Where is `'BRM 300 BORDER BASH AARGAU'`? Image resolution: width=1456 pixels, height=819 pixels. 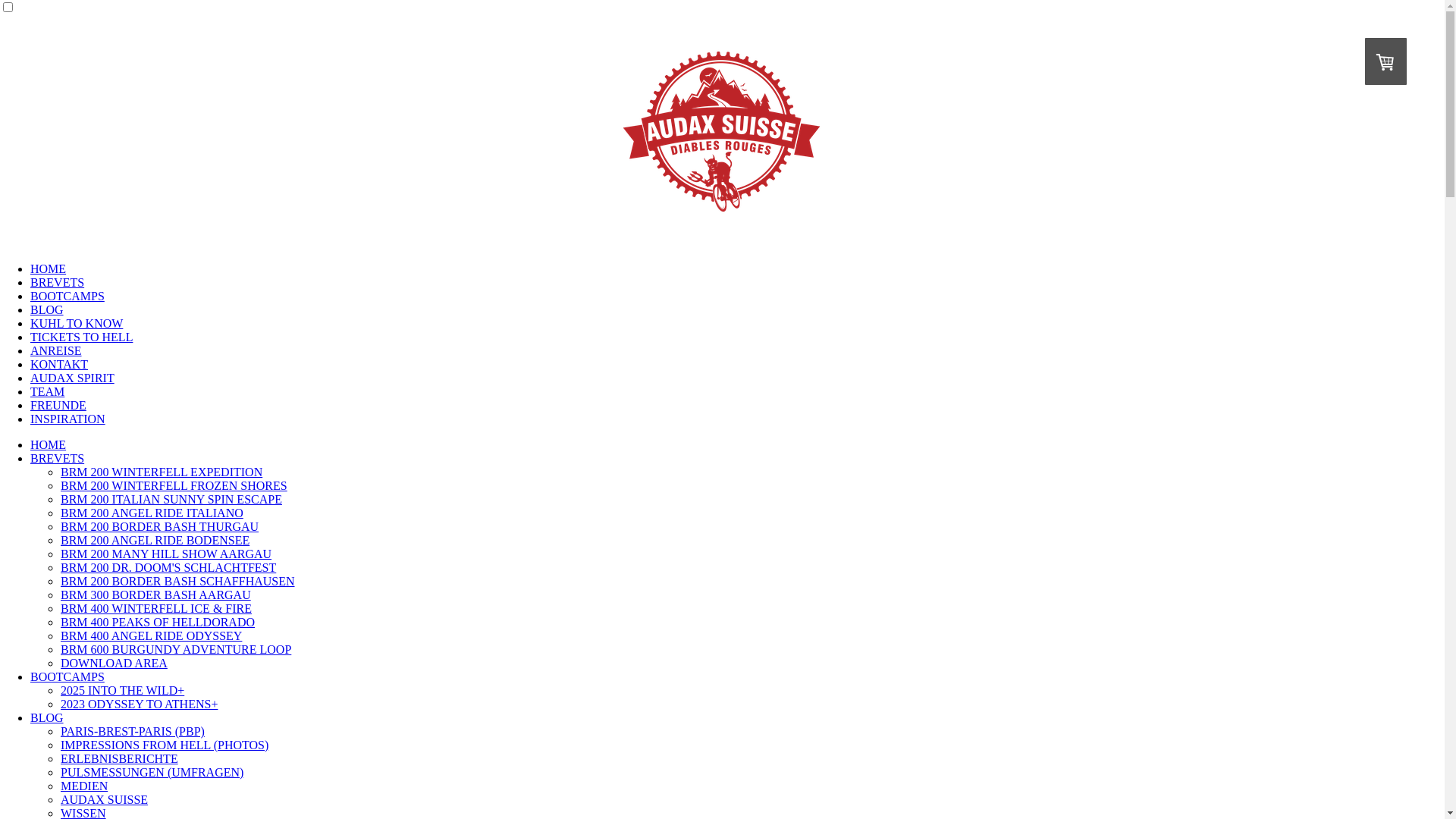 'BRM 300 BORDER BASH AARGAU' is located at coordinates (155, 594).